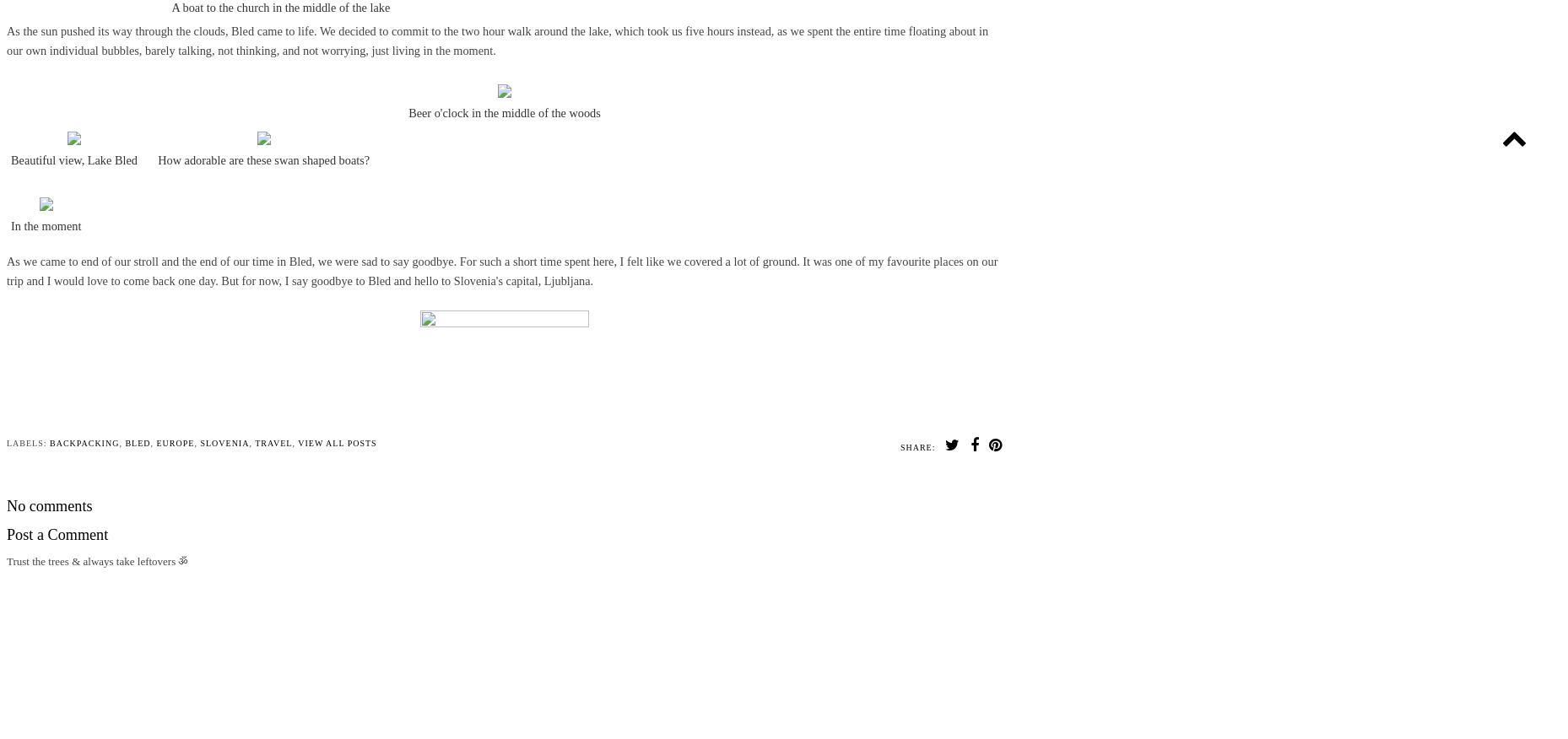 The image size is (1568, 739). What do you see at coordinates (503, 111) in the screenshot?
I see `'Beer o'clock in the middle of the woods'` at bounding box center [503, 111].